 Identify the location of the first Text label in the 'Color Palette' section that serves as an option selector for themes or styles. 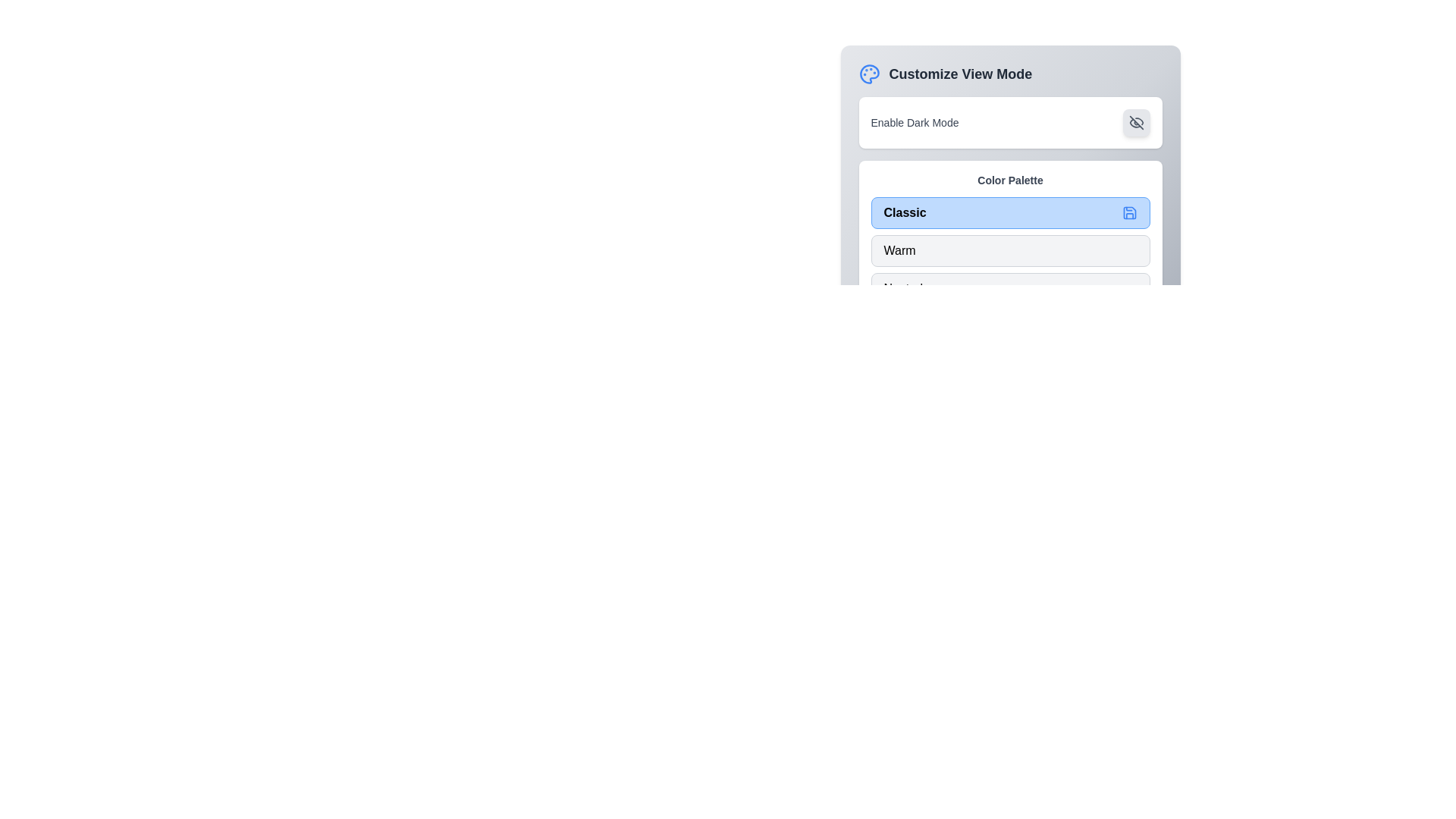
(905, 213).